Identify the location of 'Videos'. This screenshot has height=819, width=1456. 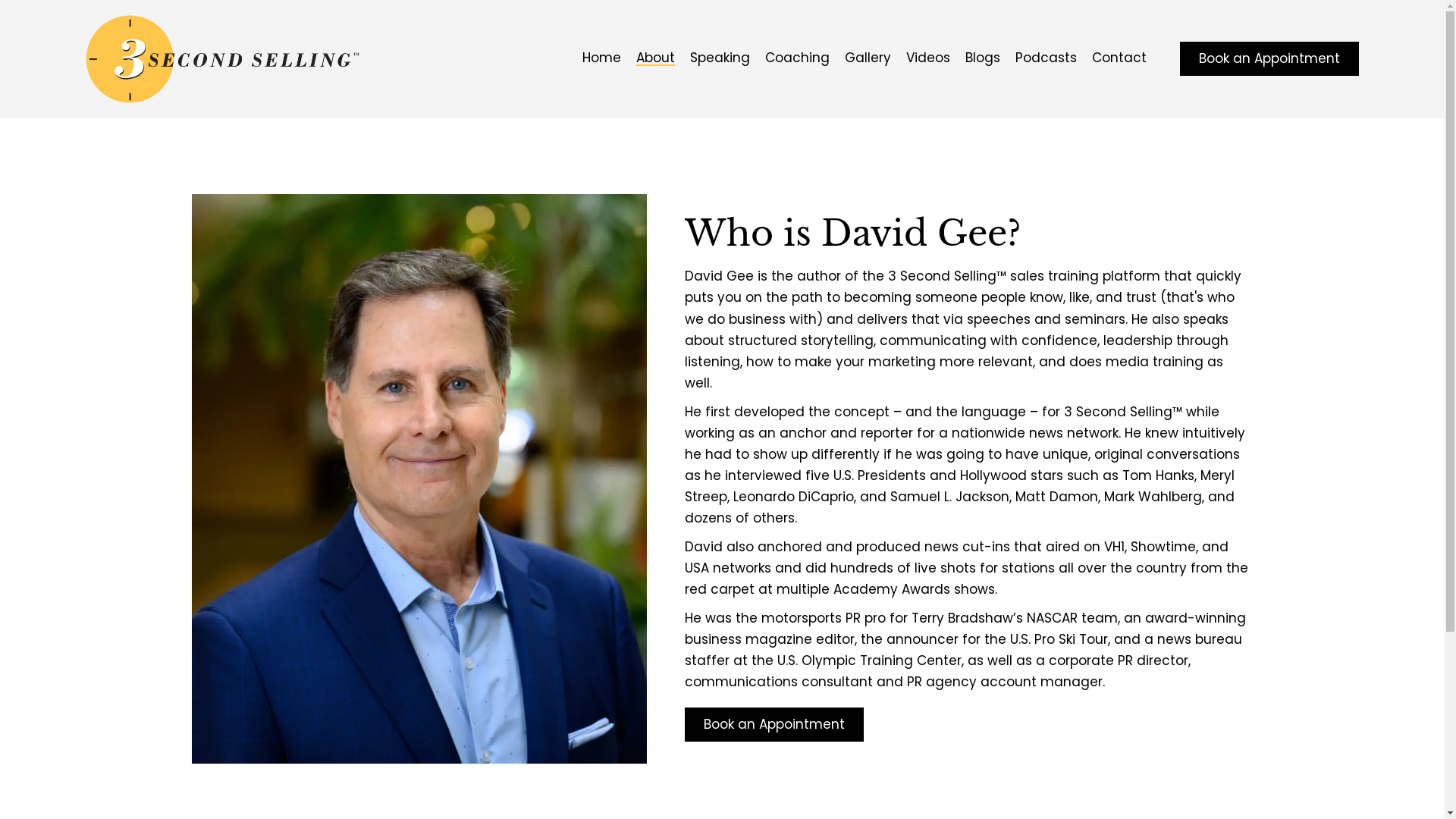
(927, 58).